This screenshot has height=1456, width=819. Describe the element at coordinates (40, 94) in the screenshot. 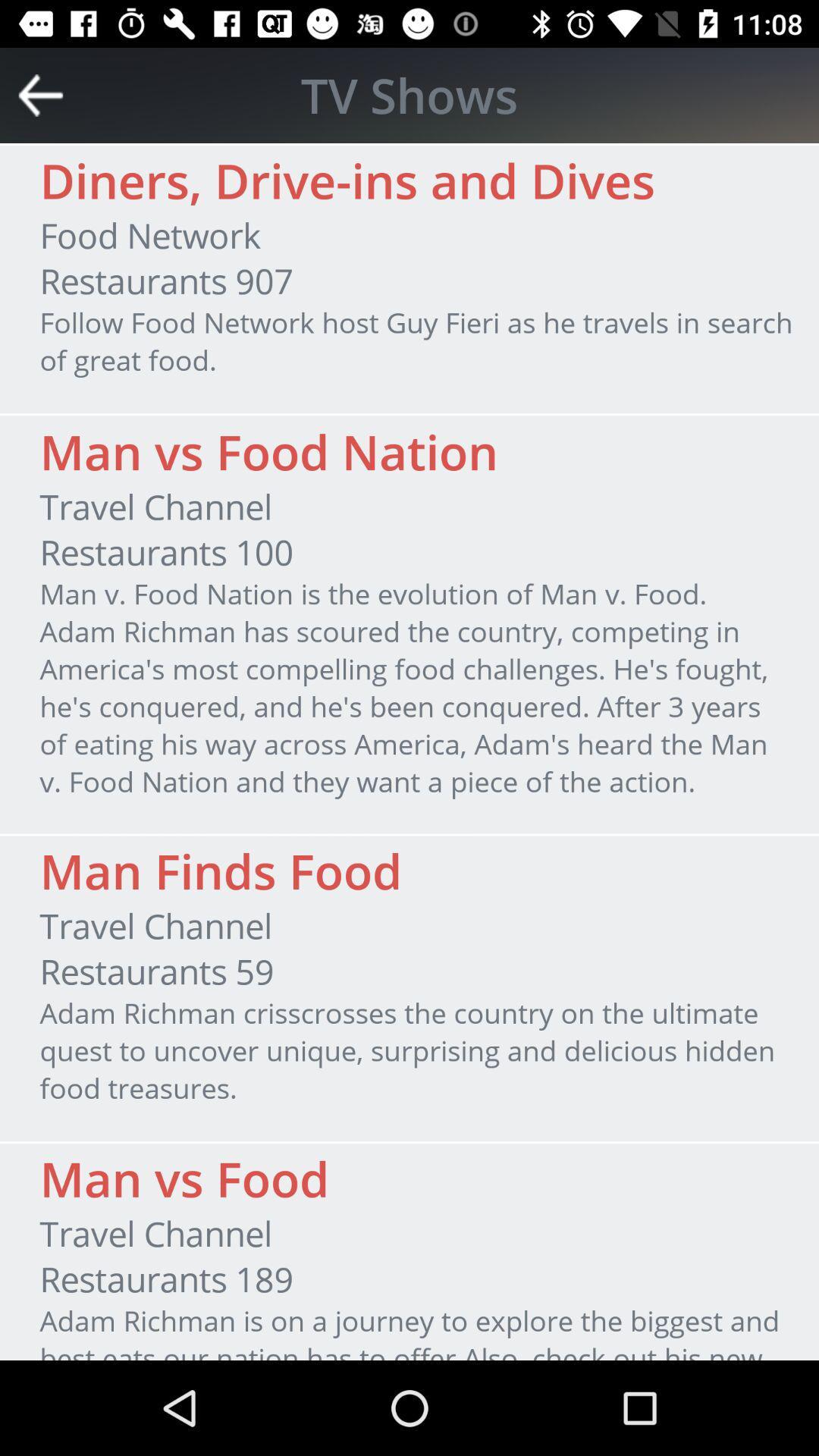

I see `item above the diners drive ins icon` at that location.